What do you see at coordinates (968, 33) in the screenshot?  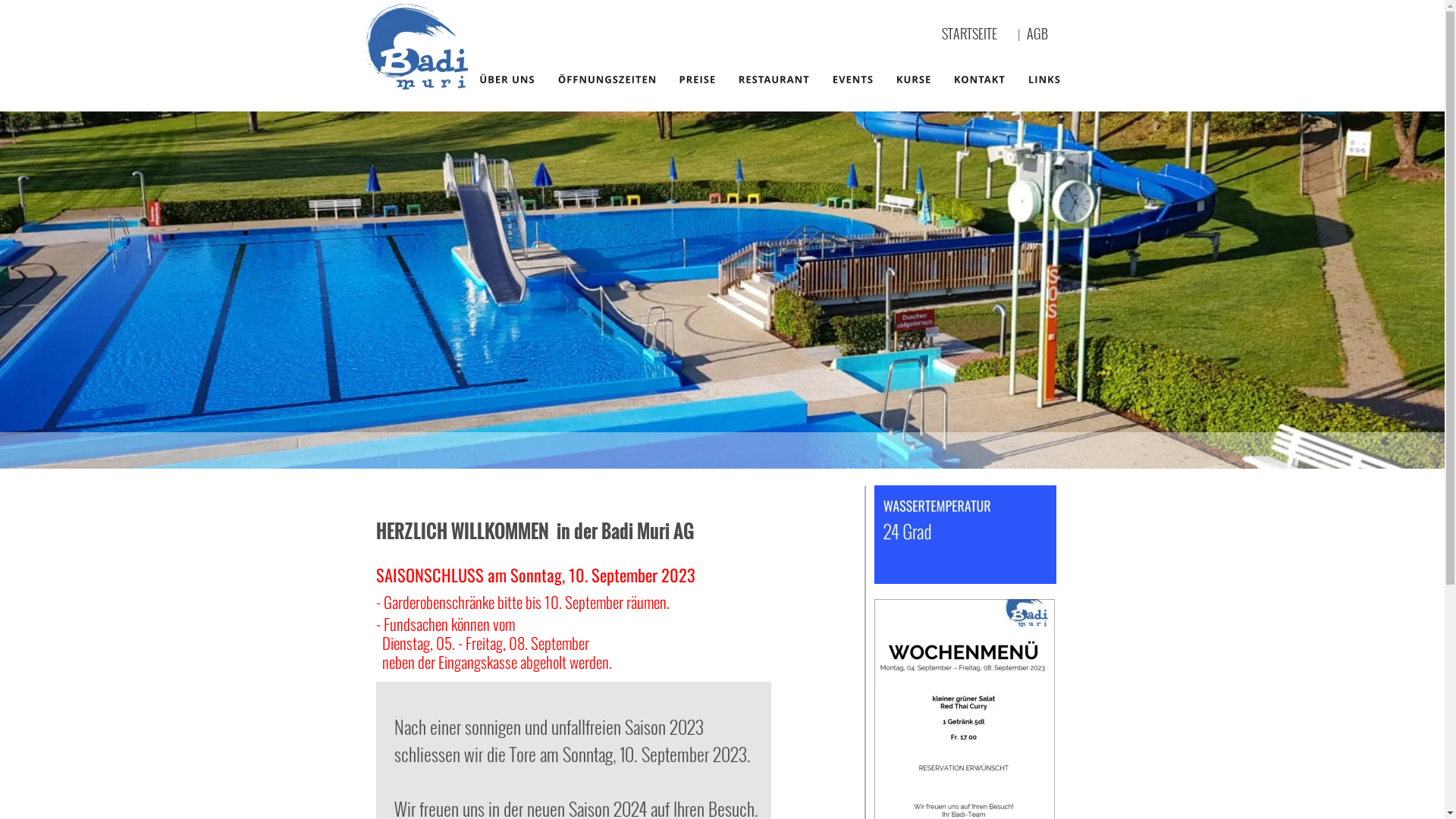 I see `'STARTSEITE'` at bounding box center [968, 33].